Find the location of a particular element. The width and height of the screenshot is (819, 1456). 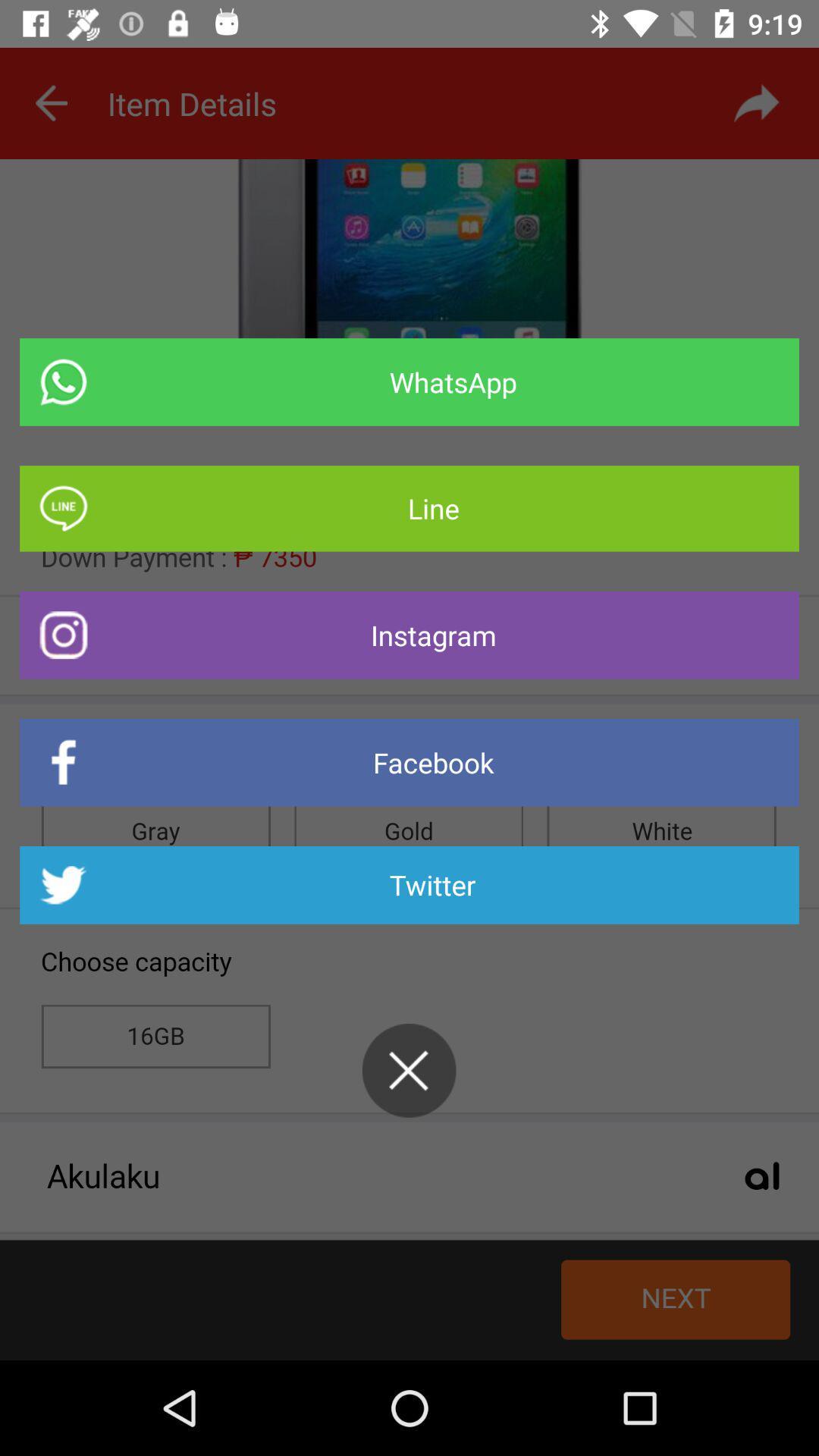

the icon below twitter icon is located at coordinates (408, 1069).